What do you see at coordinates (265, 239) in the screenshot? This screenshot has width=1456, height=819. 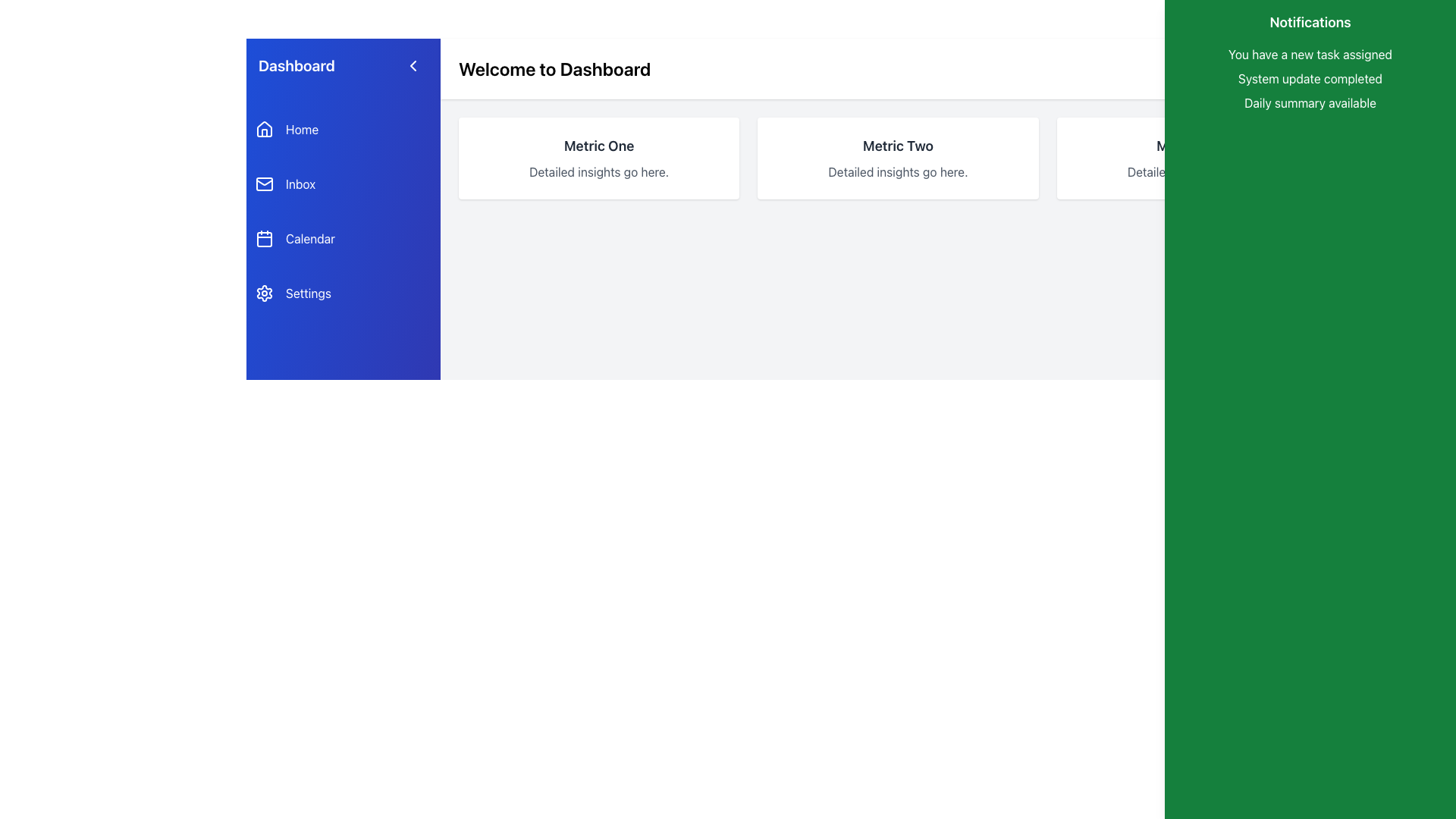 I see `the calendar icon, which is a minimalistic design with a white color on a blue background, located in the sidebar navigation menu as the second item in the 'Calendar' button` at bounding box center [265, 239].